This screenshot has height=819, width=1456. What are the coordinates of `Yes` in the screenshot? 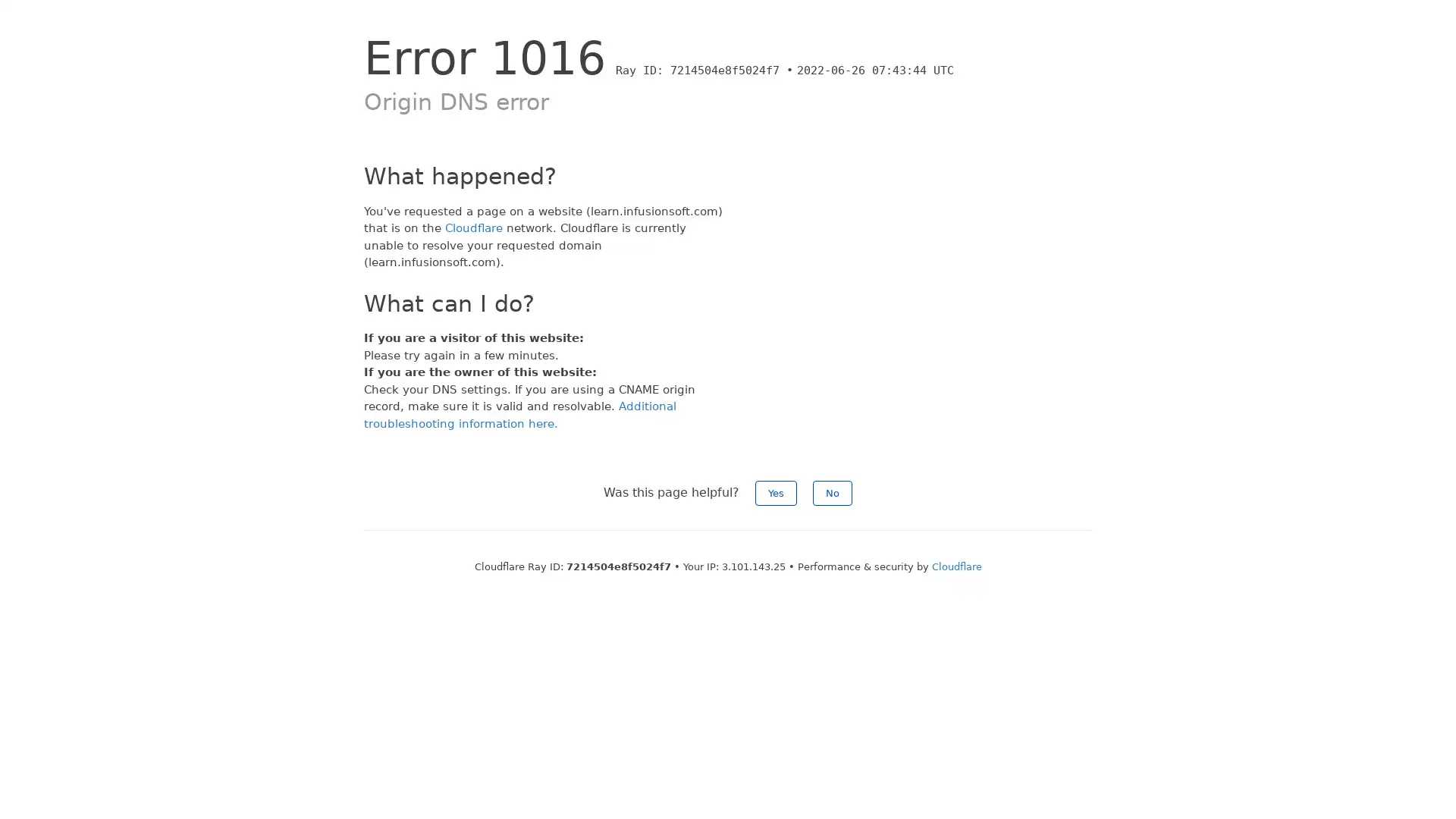 It's located at (776, 493).